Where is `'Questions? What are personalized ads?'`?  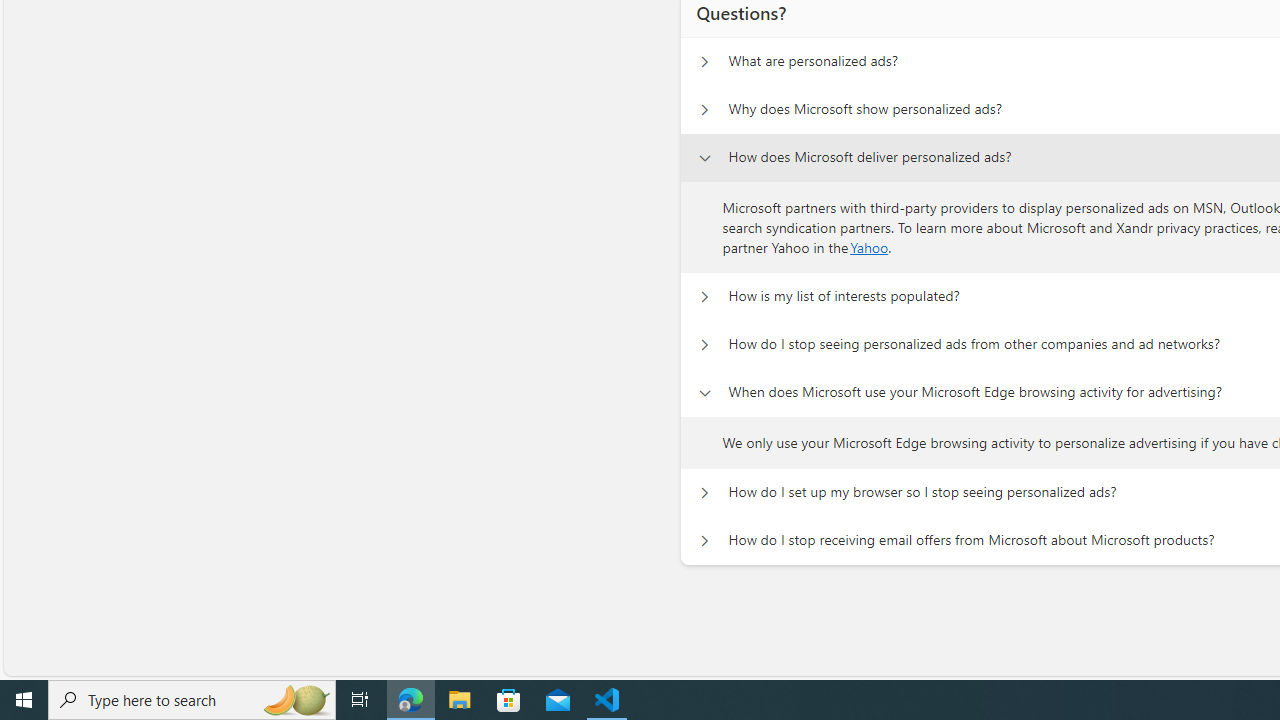
'Questions? What are personalized ads?' is located at coordinates (704, 61).